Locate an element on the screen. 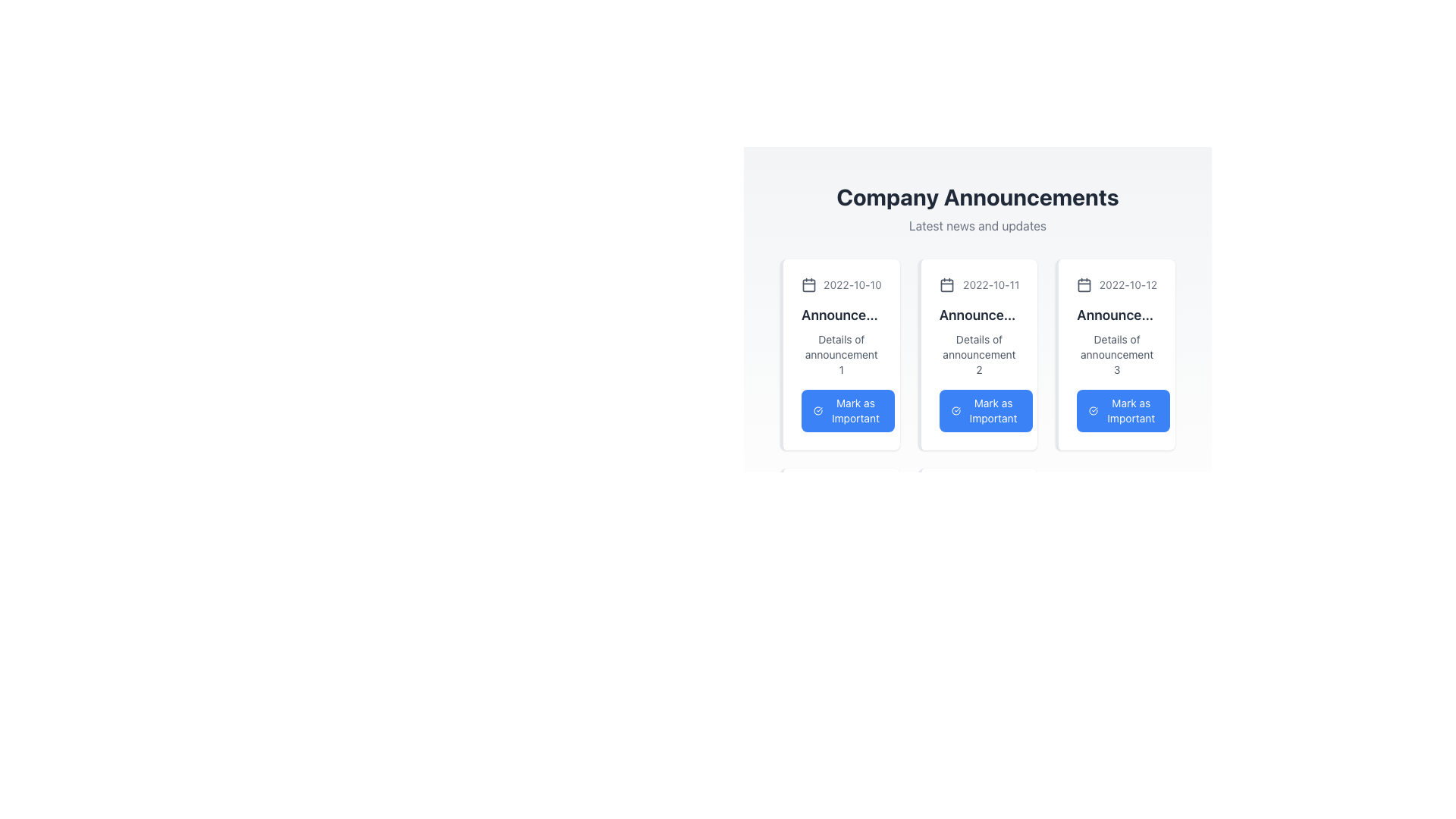 The image size is (1456, 819). the announcement card in the third column, which displays the date, title, and details along with a 'Mark as Important' button is located at coordinates (1116, 354).